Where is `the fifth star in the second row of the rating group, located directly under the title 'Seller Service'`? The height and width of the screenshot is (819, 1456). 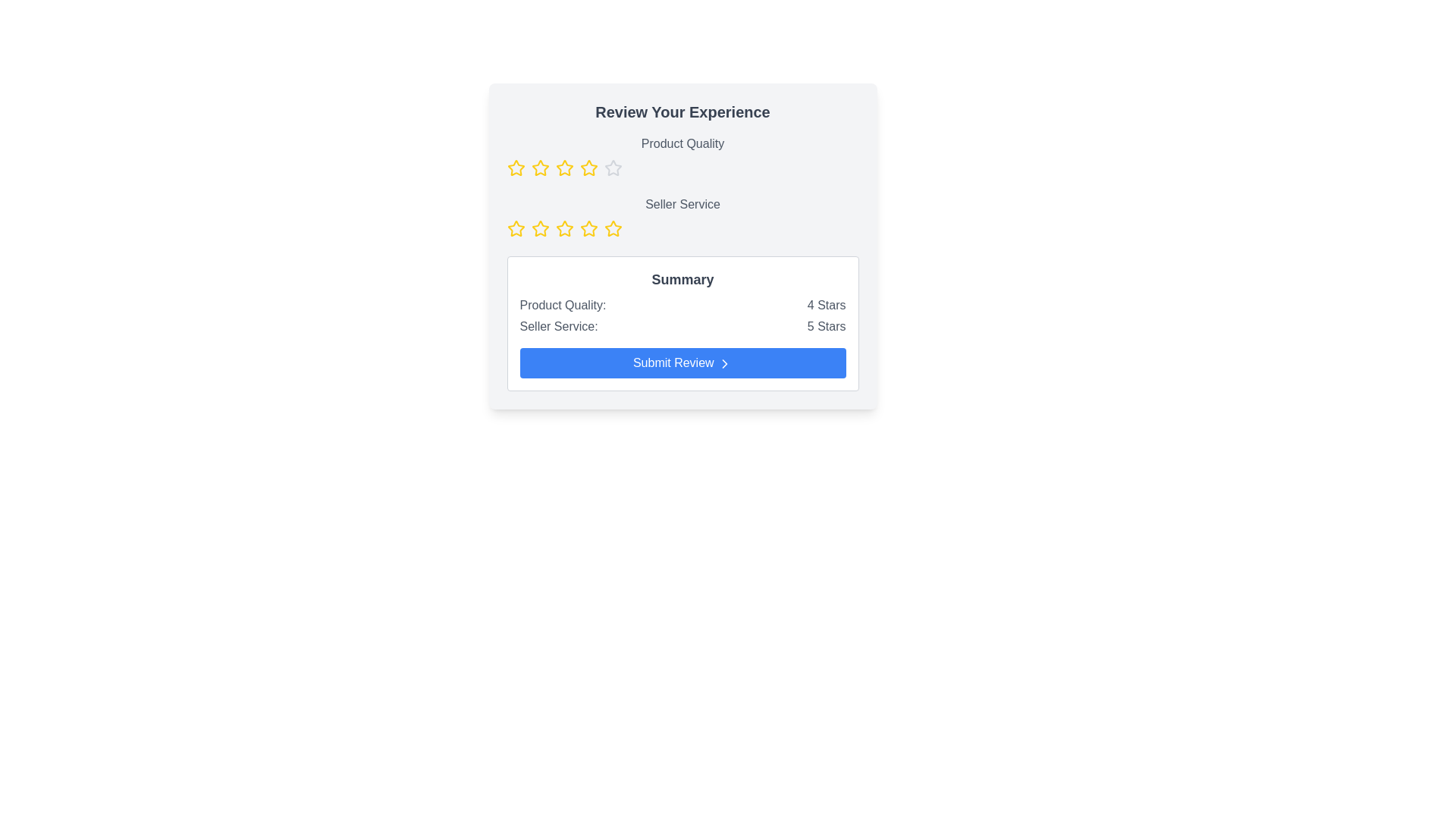 the fifth star in the second row of the rating group, located directly under the title 'Seller Service' is located at coordinates (613, 228).